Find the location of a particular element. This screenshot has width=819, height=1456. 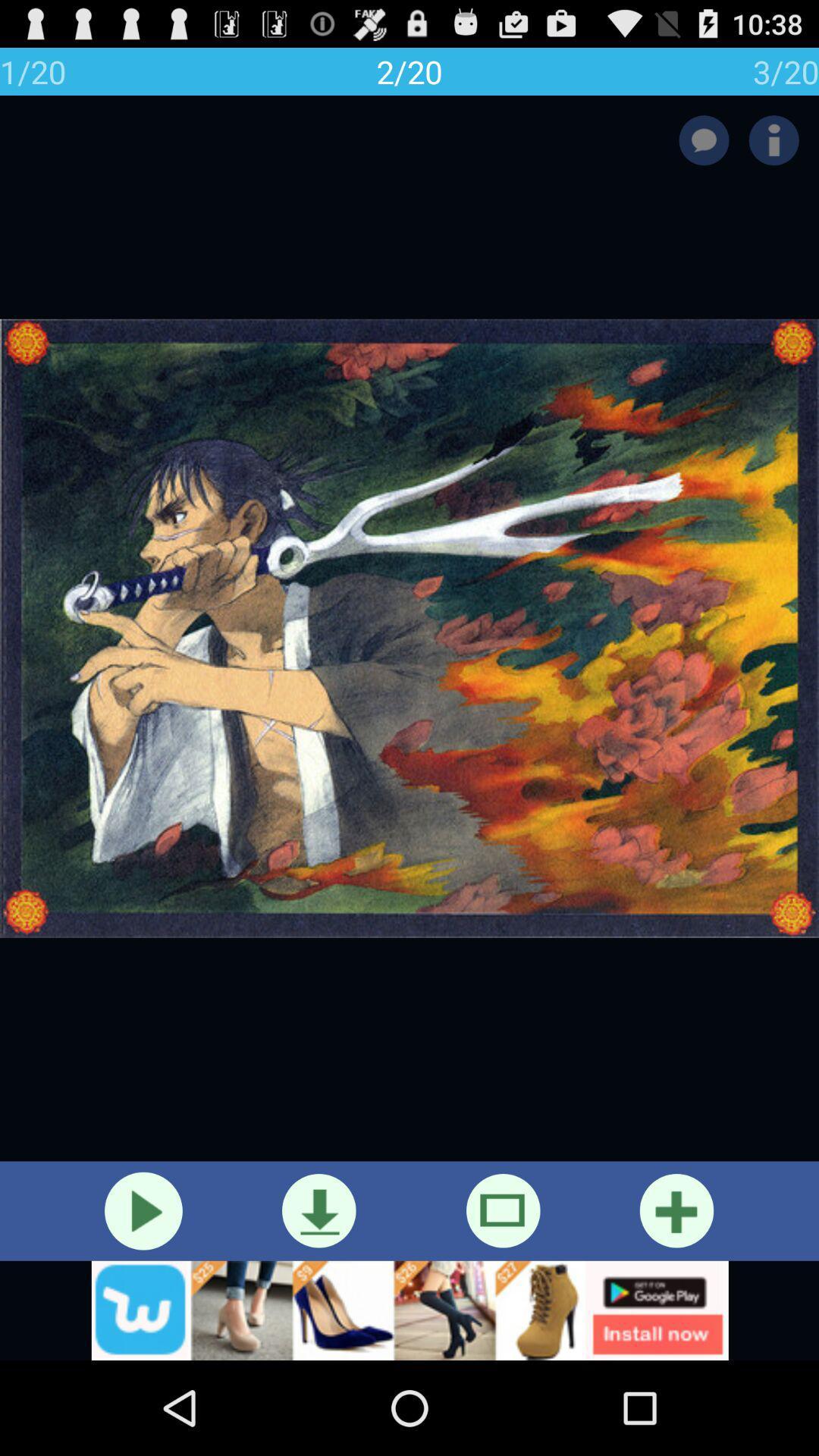

the info icon is located at coordinates (773, 150).